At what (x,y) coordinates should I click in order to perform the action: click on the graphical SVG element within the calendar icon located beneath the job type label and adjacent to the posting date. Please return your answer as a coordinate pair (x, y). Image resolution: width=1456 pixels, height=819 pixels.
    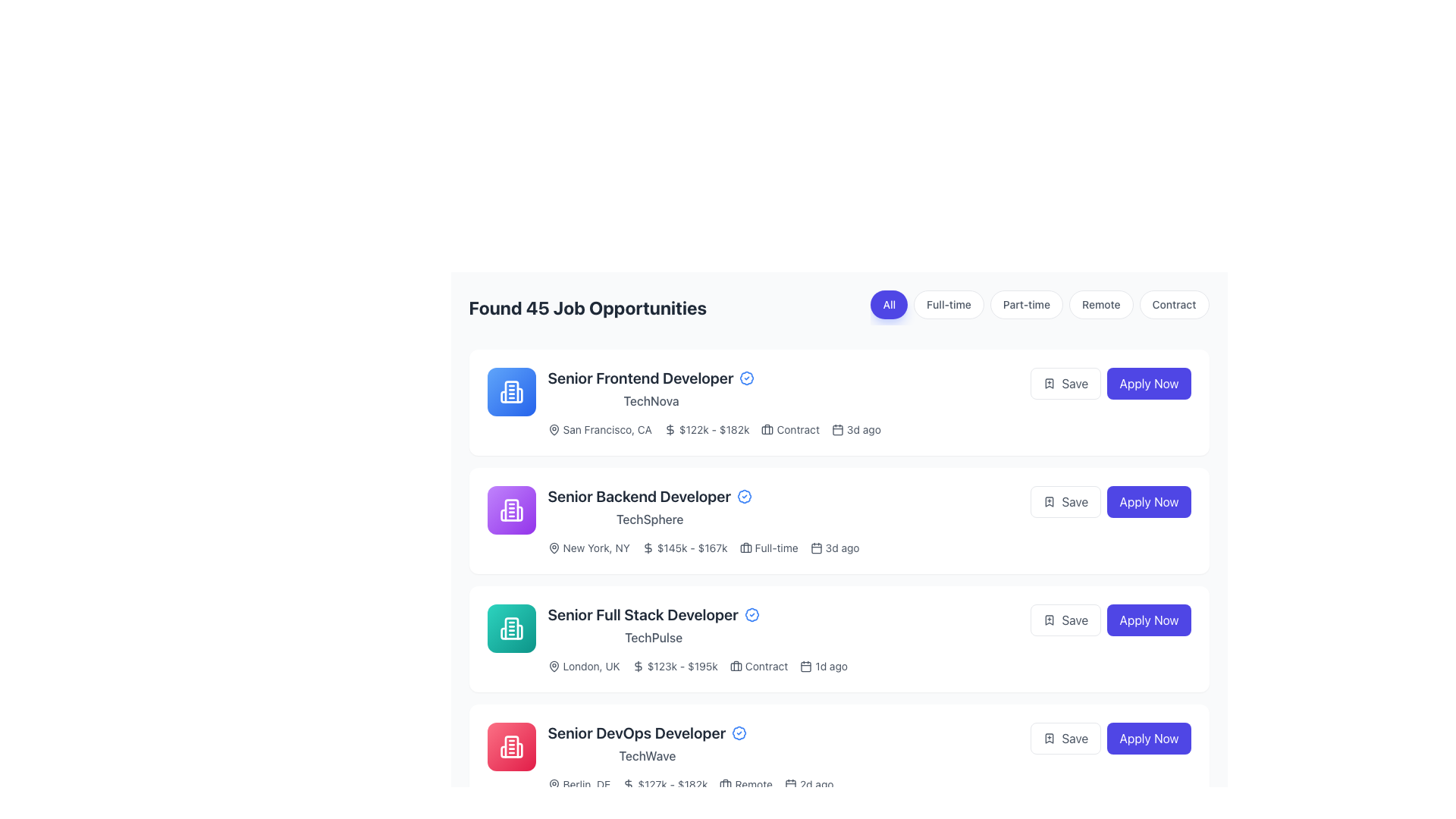
    Looking at the image, I should click on (815, 548).